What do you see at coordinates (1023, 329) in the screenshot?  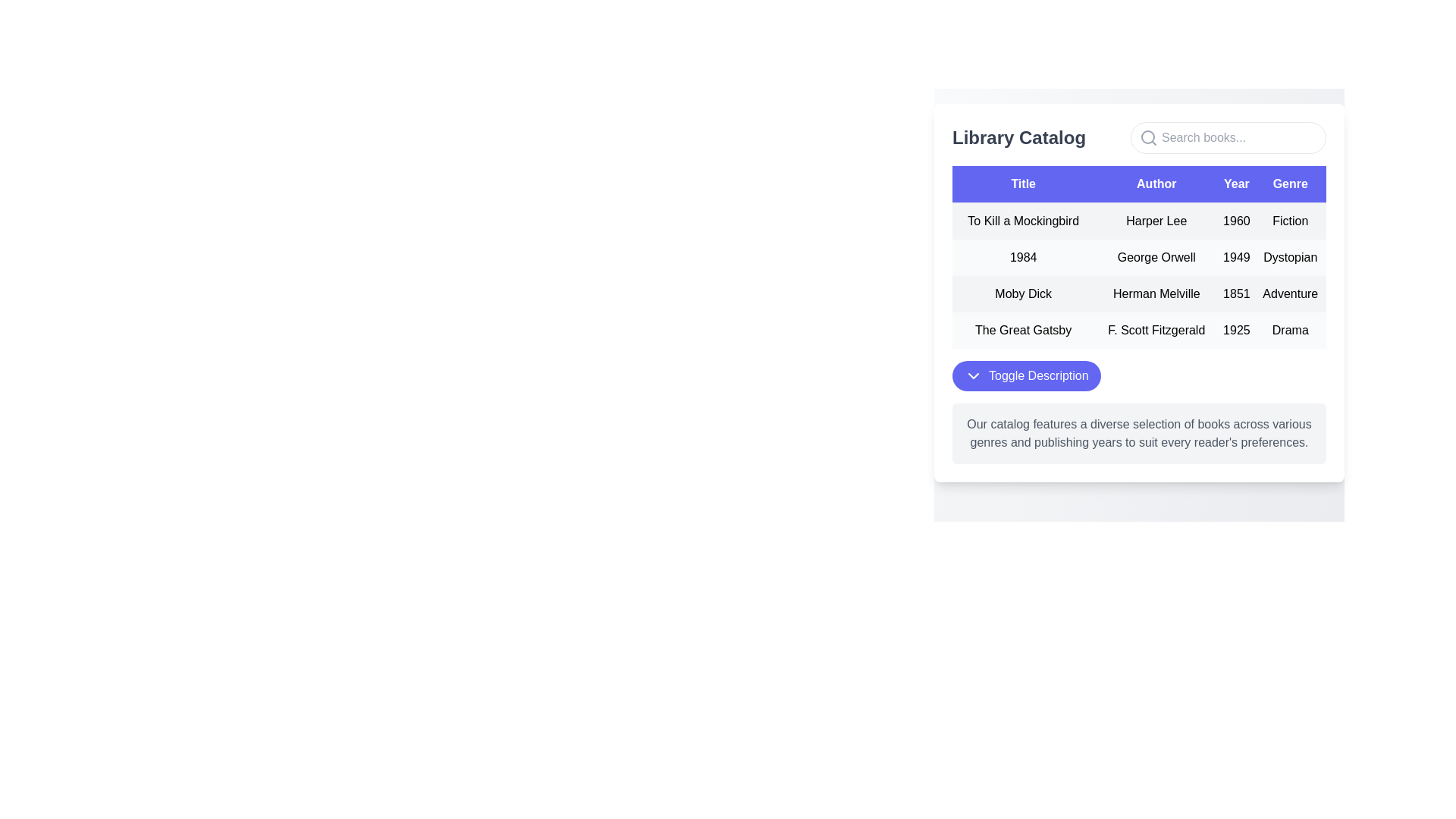 I see `the title of the book in the Library Catalog section, located in the fourth row under the 'Title' column` at bounding box center [1023, 329].